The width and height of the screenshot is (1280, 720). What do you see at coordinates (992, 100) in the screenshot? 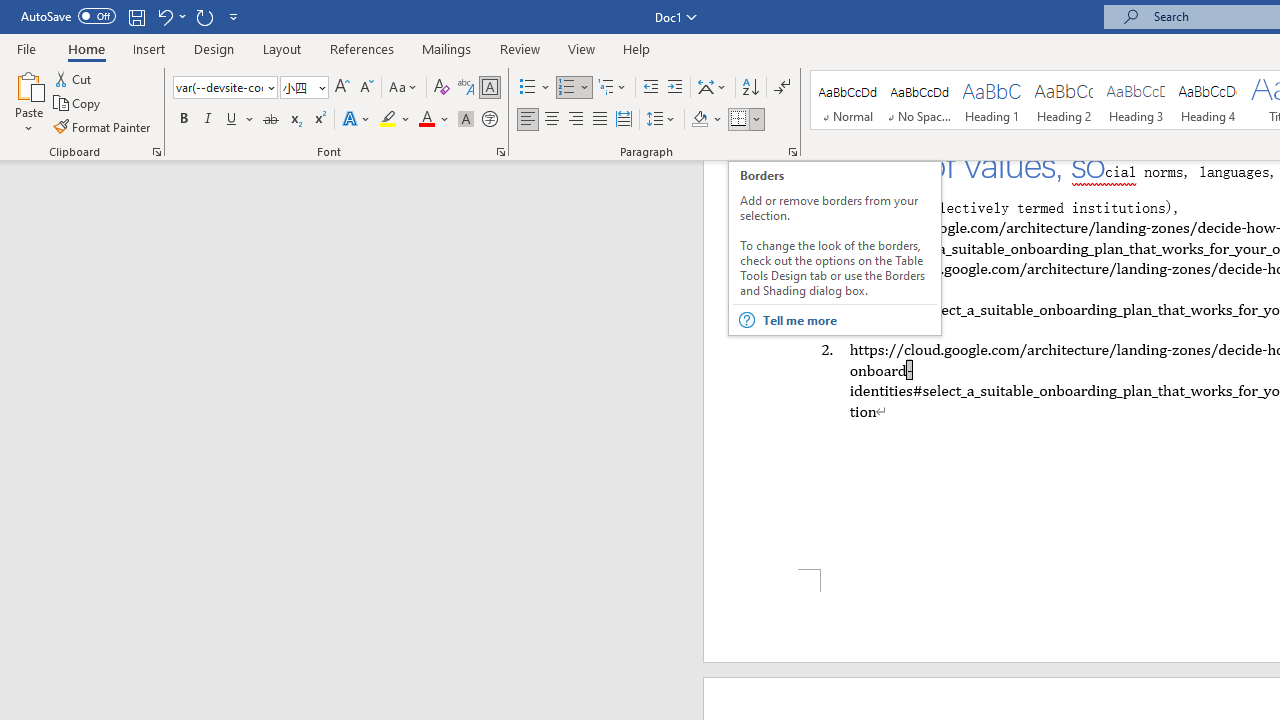
I see `'Heading 1'` at bounding box center [992, 100].